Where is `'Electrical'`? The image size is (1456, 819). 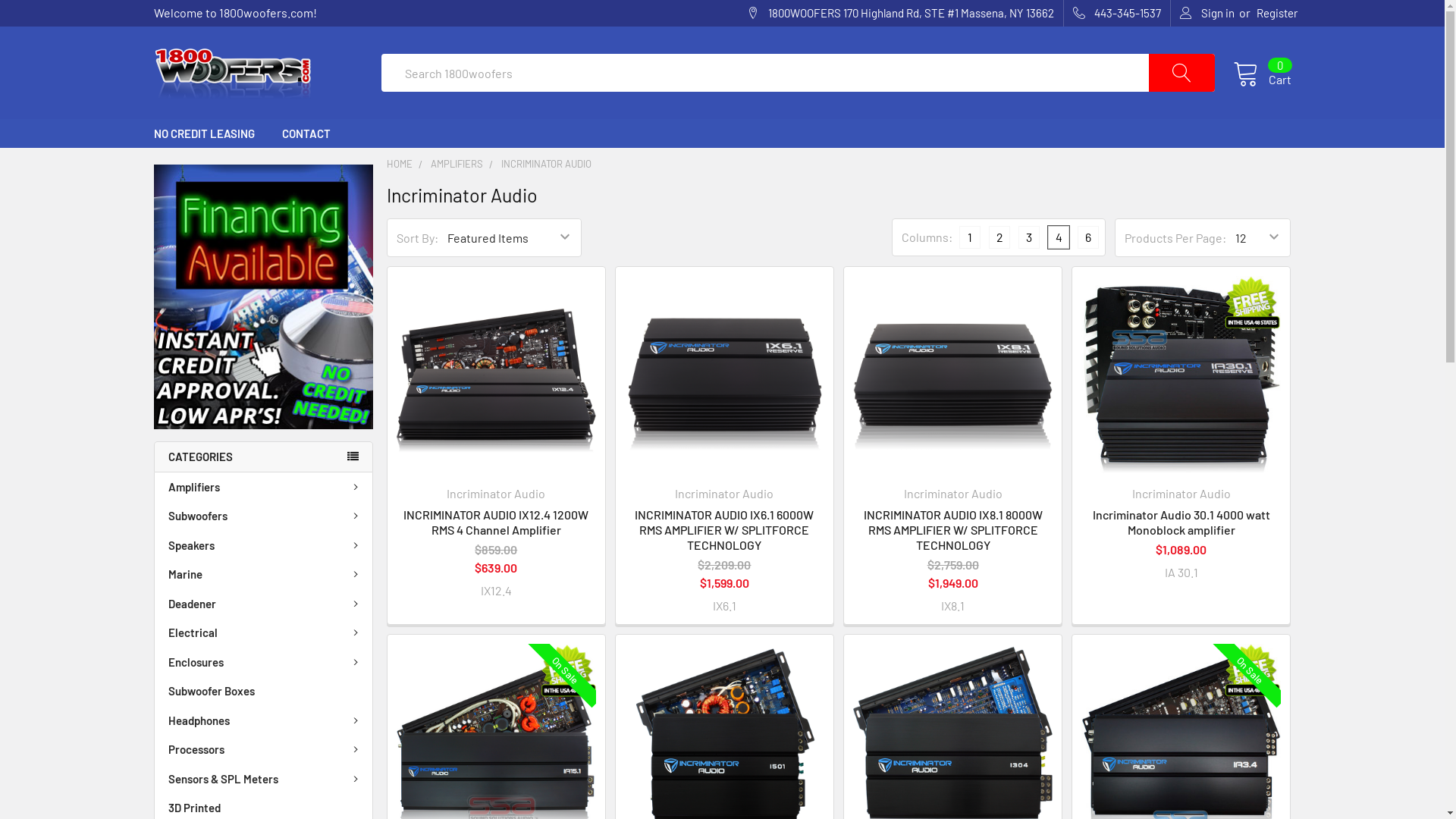
'Electrical' is located at coordinates (154, 632).